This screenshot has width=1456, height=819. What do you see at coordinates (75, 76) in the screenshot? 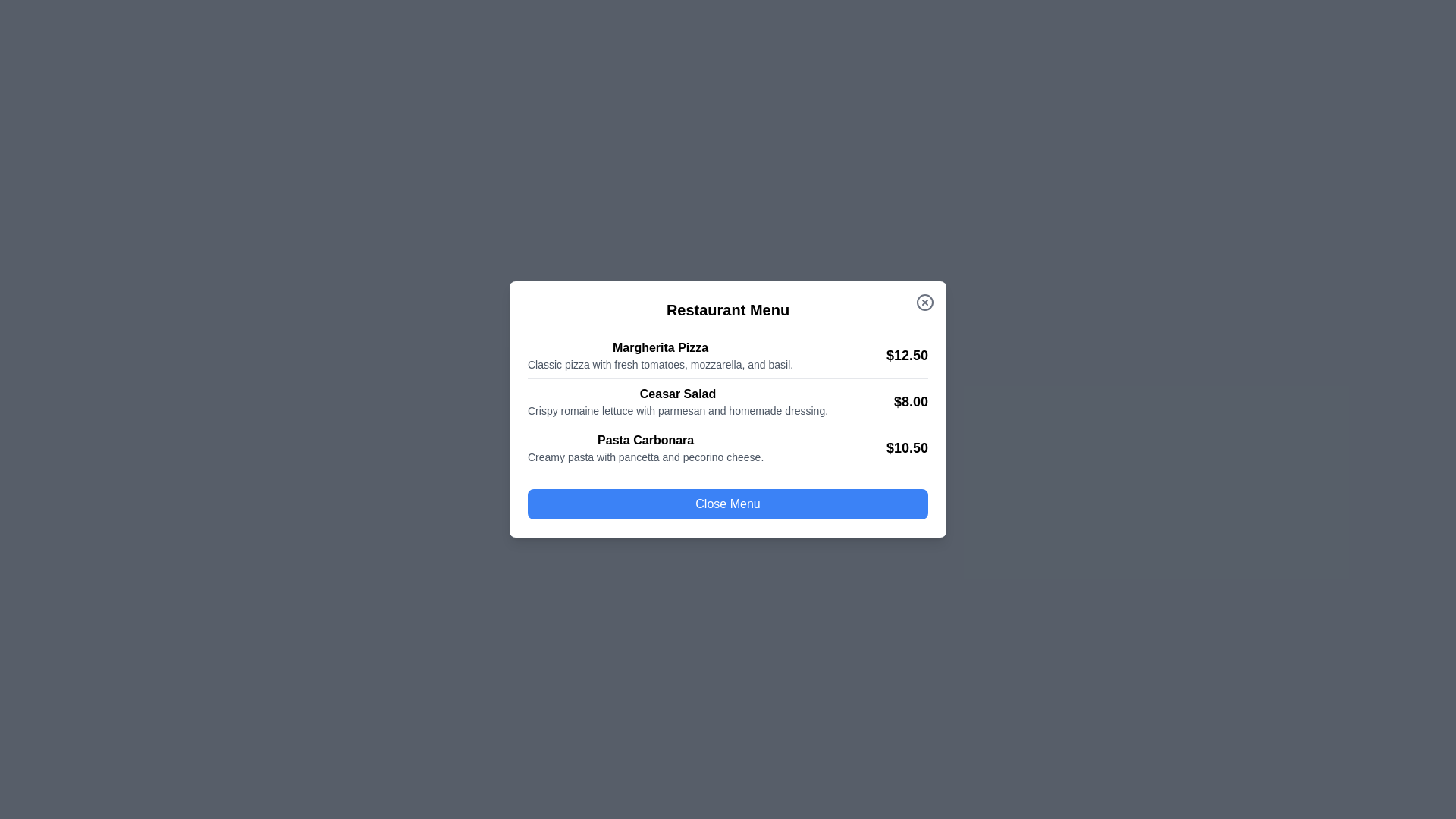
I see `the background gray overlay to dismiss the dialog` at bounding box center [75, 76].